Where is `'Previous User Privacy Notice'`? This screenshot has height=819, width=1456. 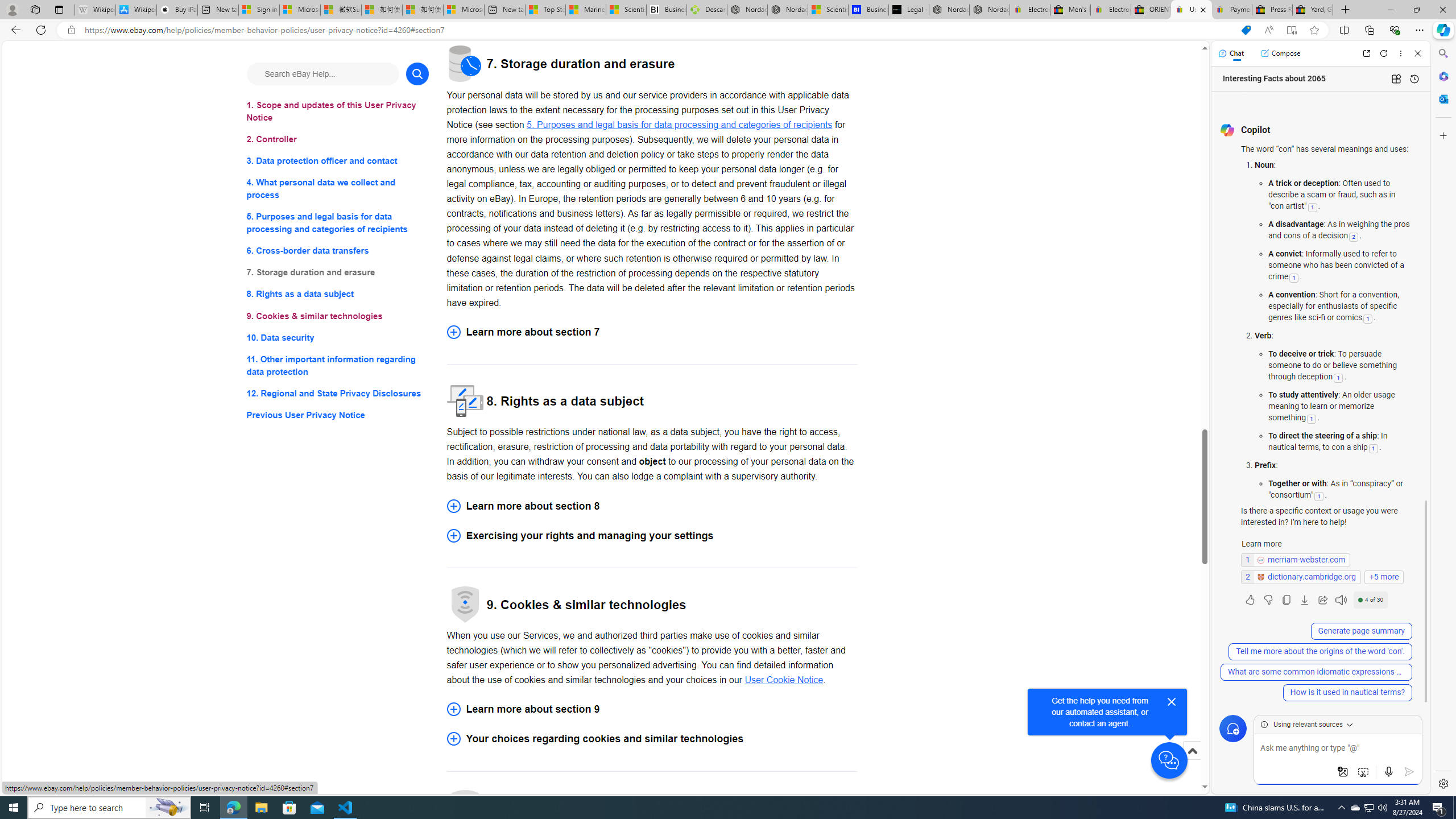
'Previous User Privacy Notice' is located at coordinates (337, 415).